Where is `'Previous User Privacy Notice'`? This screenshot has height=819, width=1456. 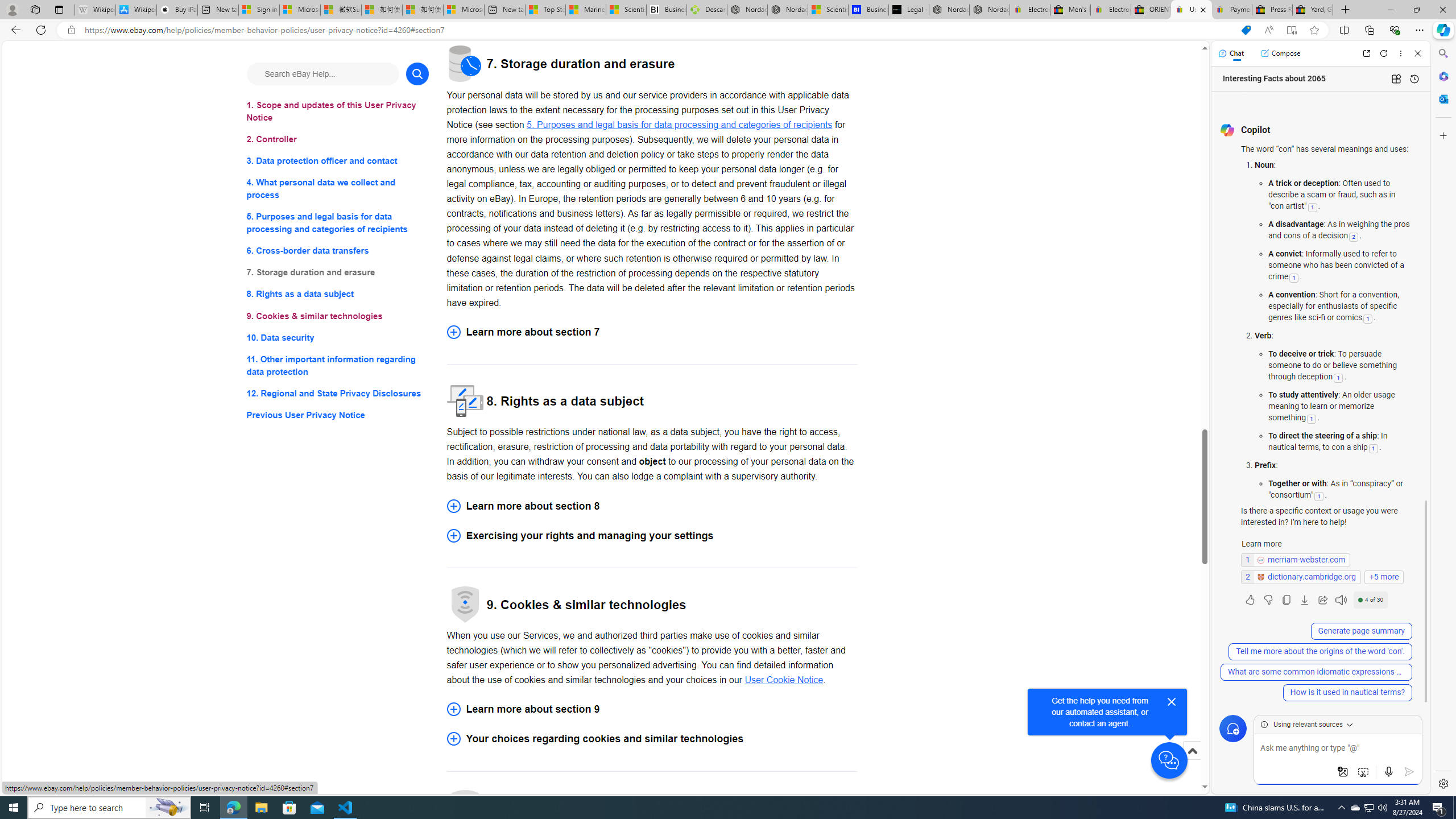
'Previous User Privacy Notice' is located at coordinates (337, 415).